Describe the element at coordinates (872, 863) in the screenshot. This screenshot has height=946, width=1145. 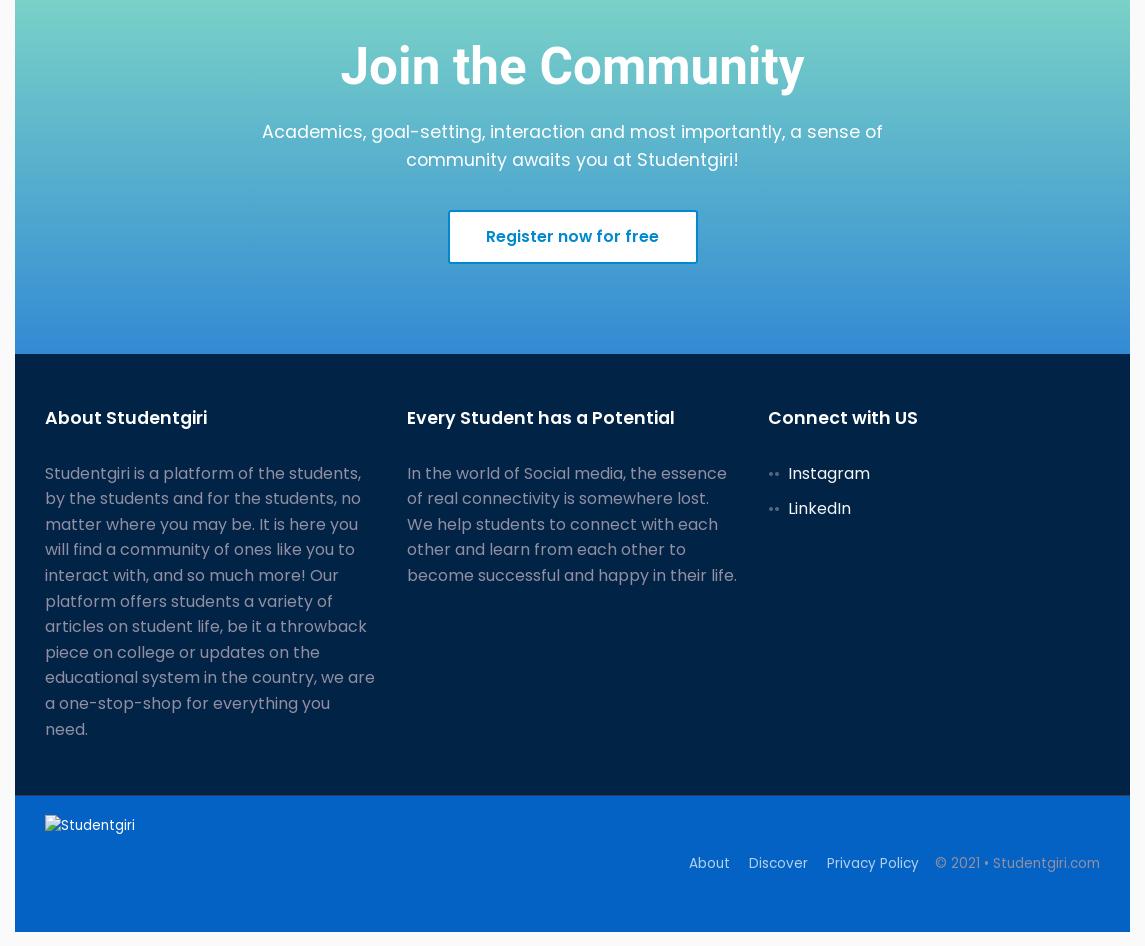
I see `'Privacy Policy'` at that location.